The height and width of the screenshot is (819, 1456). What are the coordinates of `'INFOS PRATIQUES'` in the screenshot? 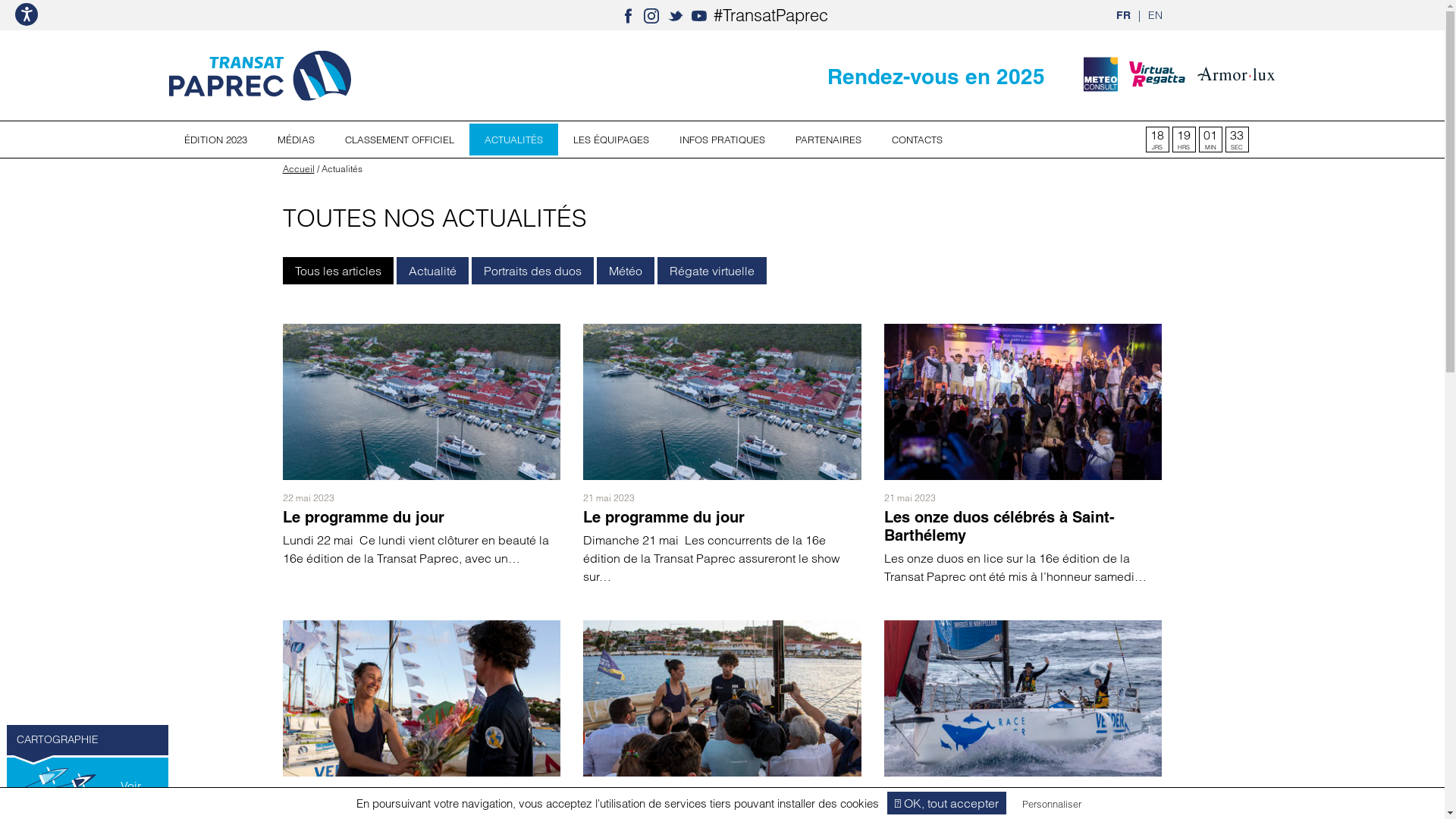 It's located at (664, 140).